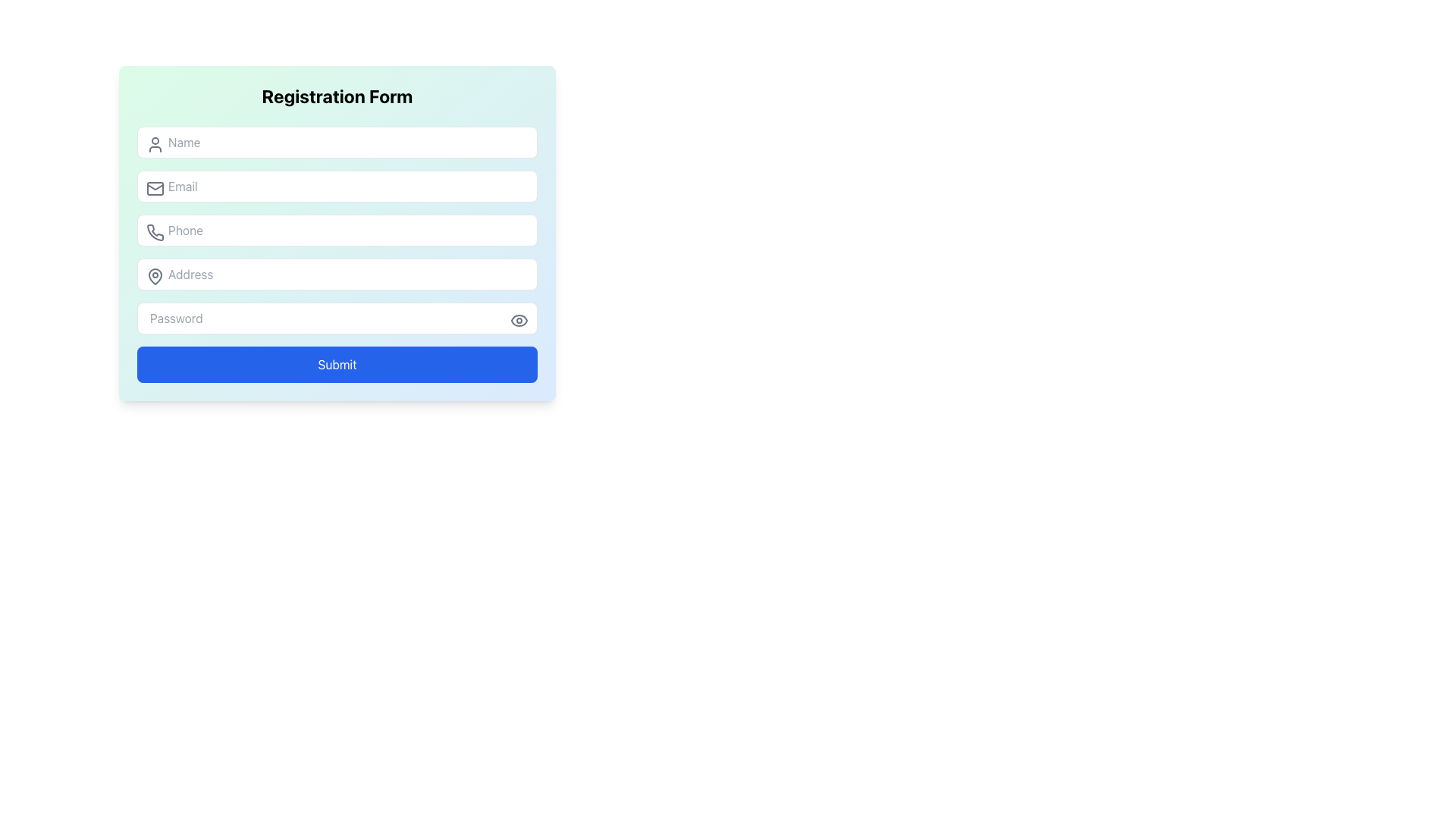  Describe the element at coordinates (155, 188) in the screenshot. I see `the upper rectangular base of the envelope icon displayed next to the 'Email' input field` at that location.